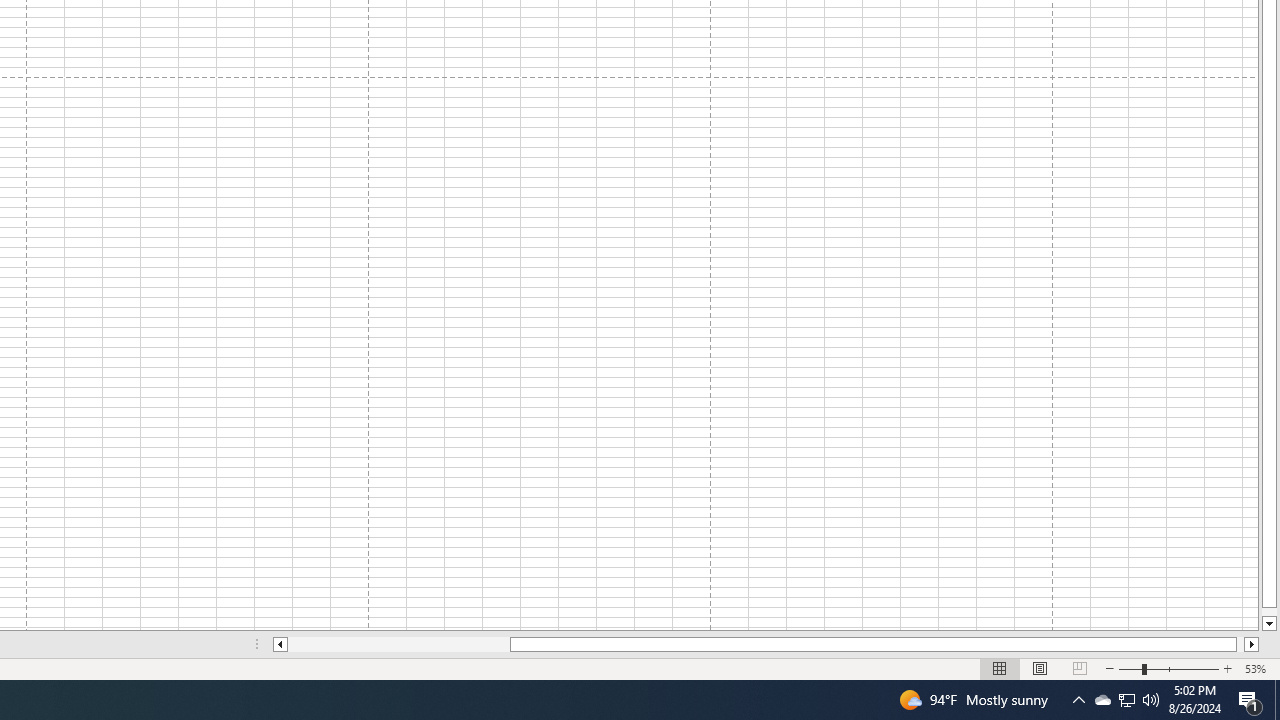 The image size is (1280, 720). I want to click on 'Page right', so click(1239, 644).